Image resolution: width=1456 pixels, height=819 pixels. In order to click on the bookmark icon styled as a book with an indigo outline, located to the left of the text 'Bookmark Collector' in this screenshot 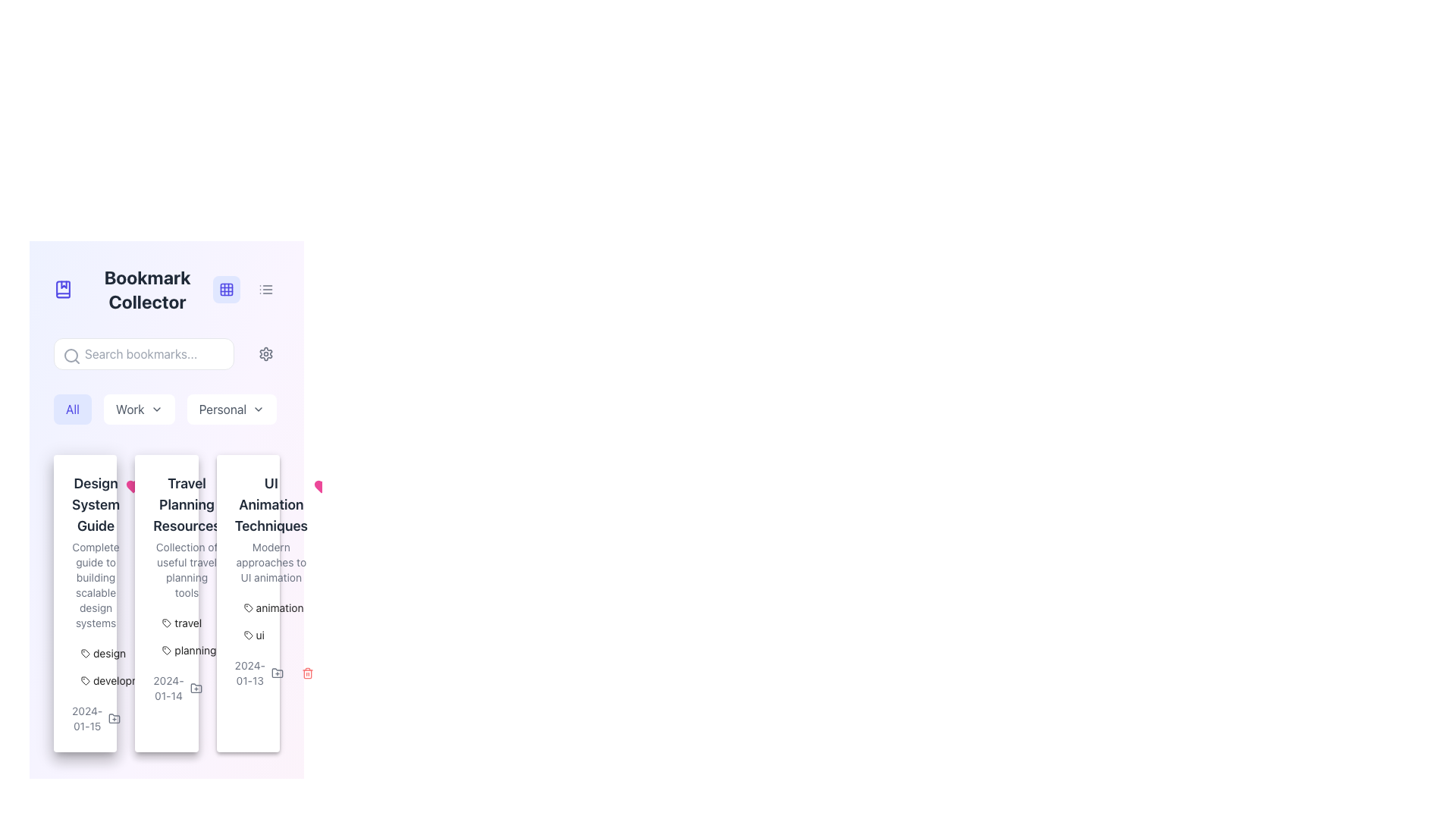, I will do `click(62, 289)`.